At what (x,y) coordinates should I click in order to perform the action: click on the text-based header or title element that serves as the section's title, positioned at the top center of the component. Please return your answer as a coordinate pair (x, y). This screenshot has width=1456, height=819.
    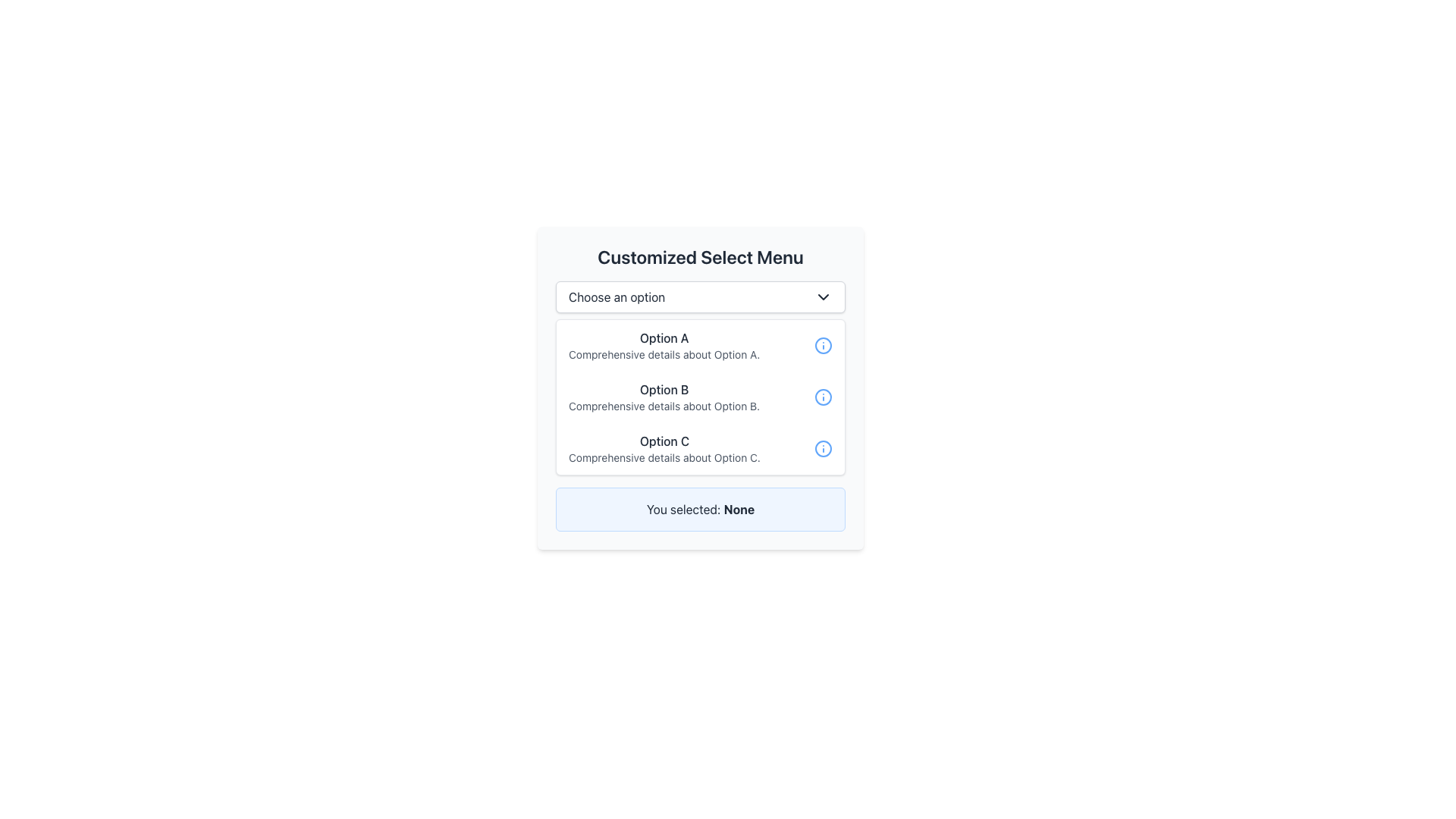
    Looking at the image, I should click on (700, 256).